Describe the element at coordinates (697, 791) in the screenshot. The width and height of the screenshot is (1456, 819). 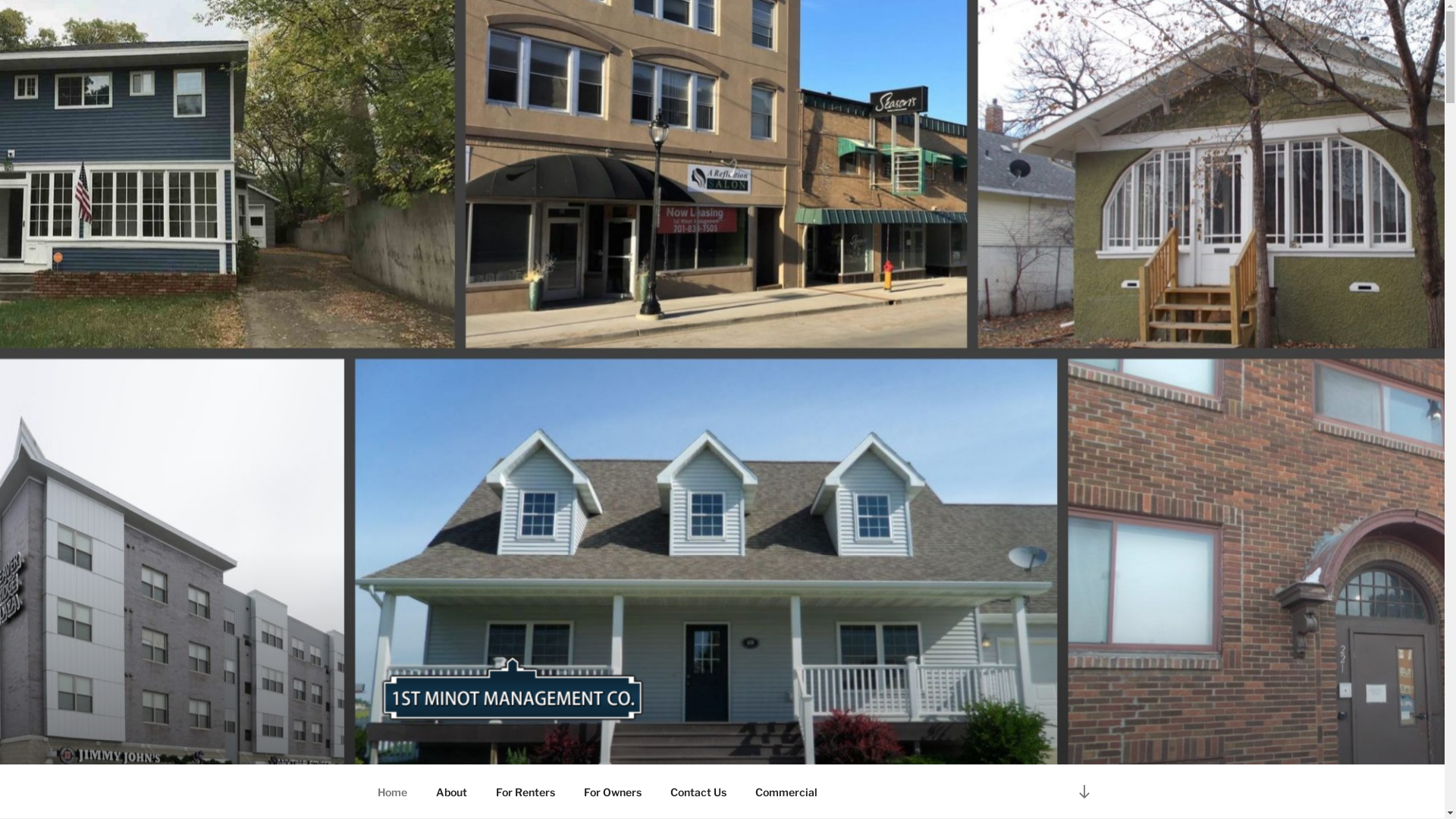
I see `'Contact Us'` at that location.